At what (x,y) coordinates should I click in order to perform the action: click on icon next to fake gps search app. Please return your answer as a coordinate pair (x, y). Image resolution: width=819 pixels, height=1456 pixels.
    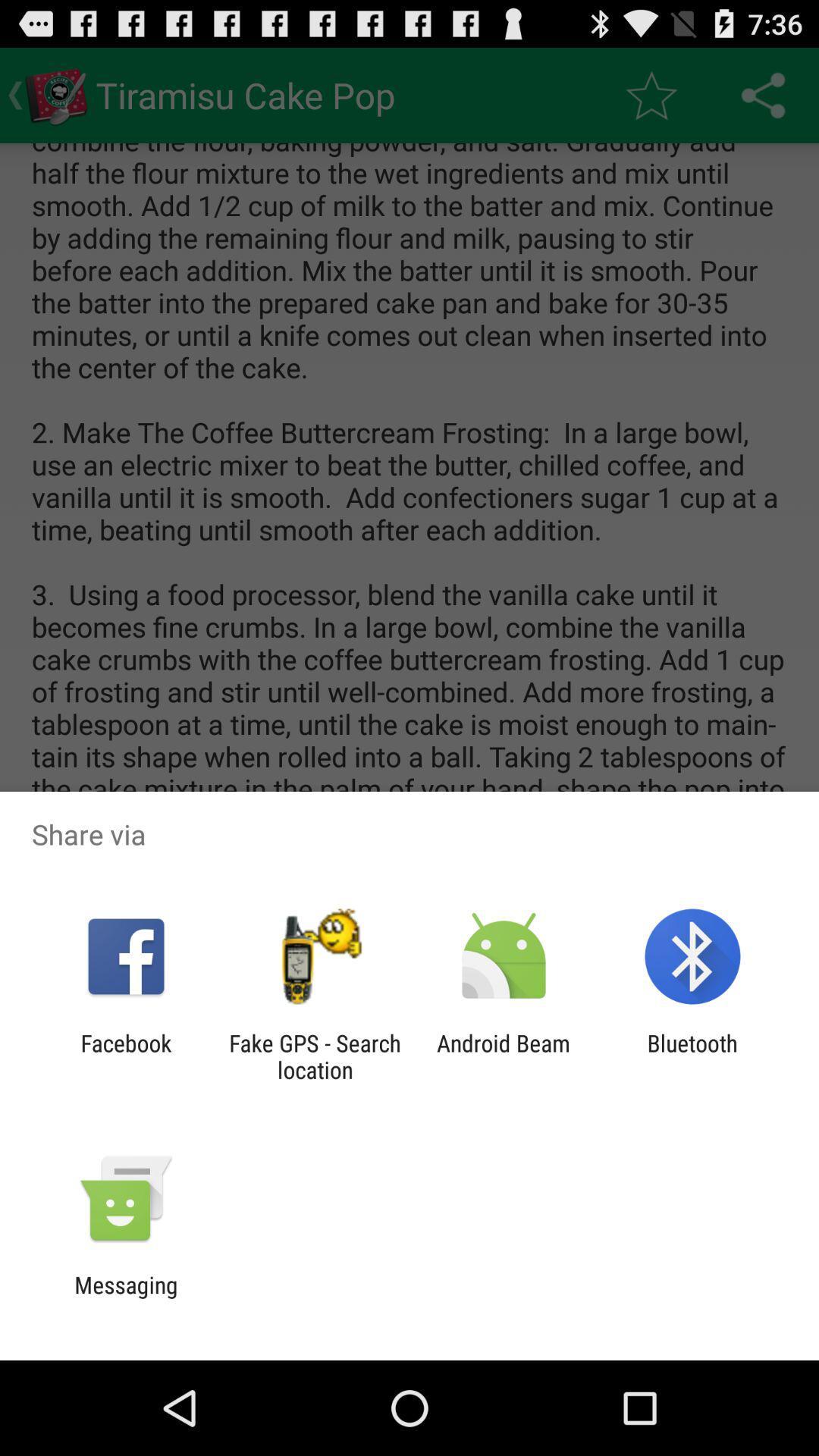
    Looking at the image, I should click on (504, 1056).